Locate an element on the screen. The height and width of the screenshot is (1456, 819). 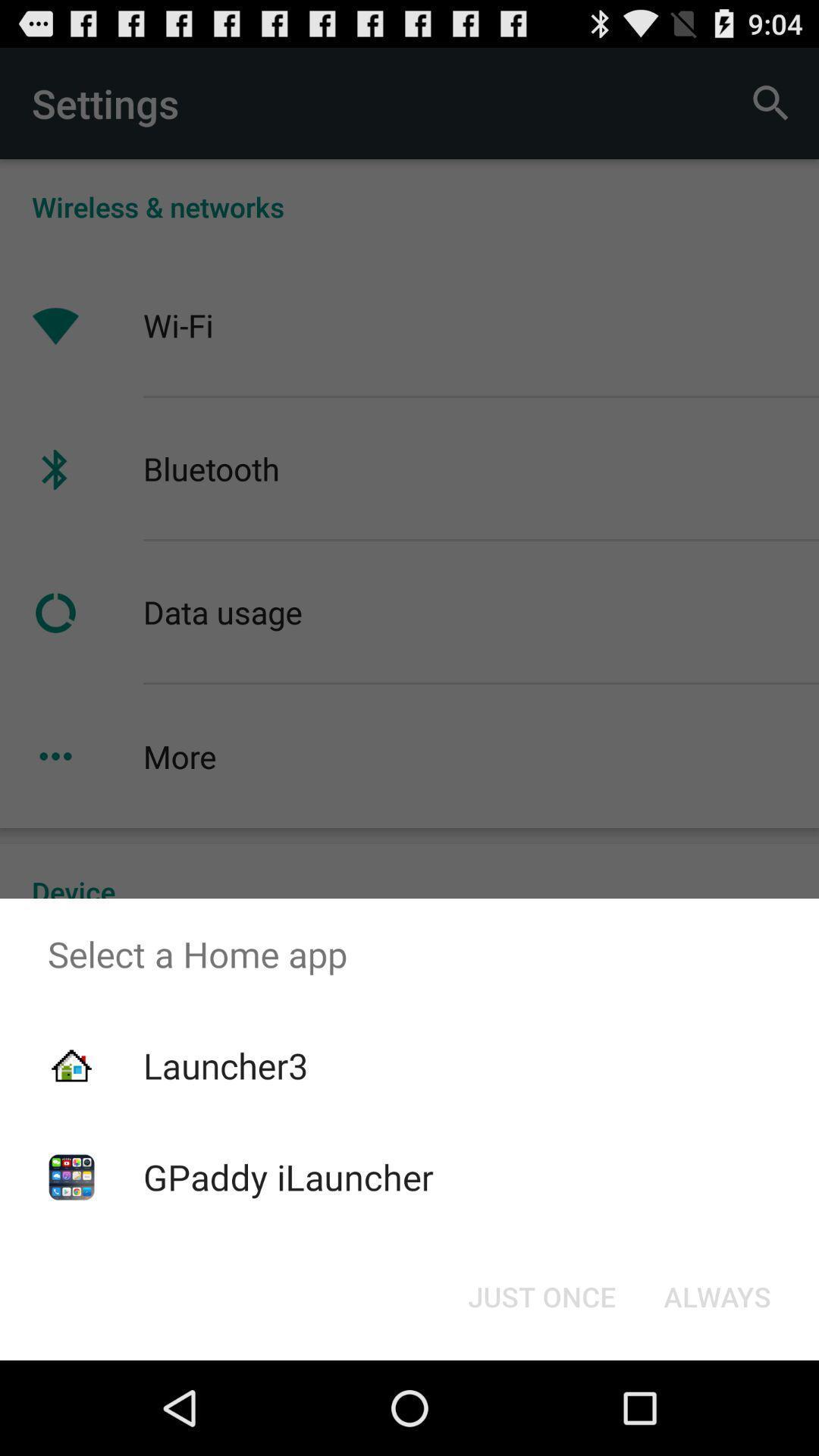
item below the launcher3 icon is located at coordinates (288, 1176).